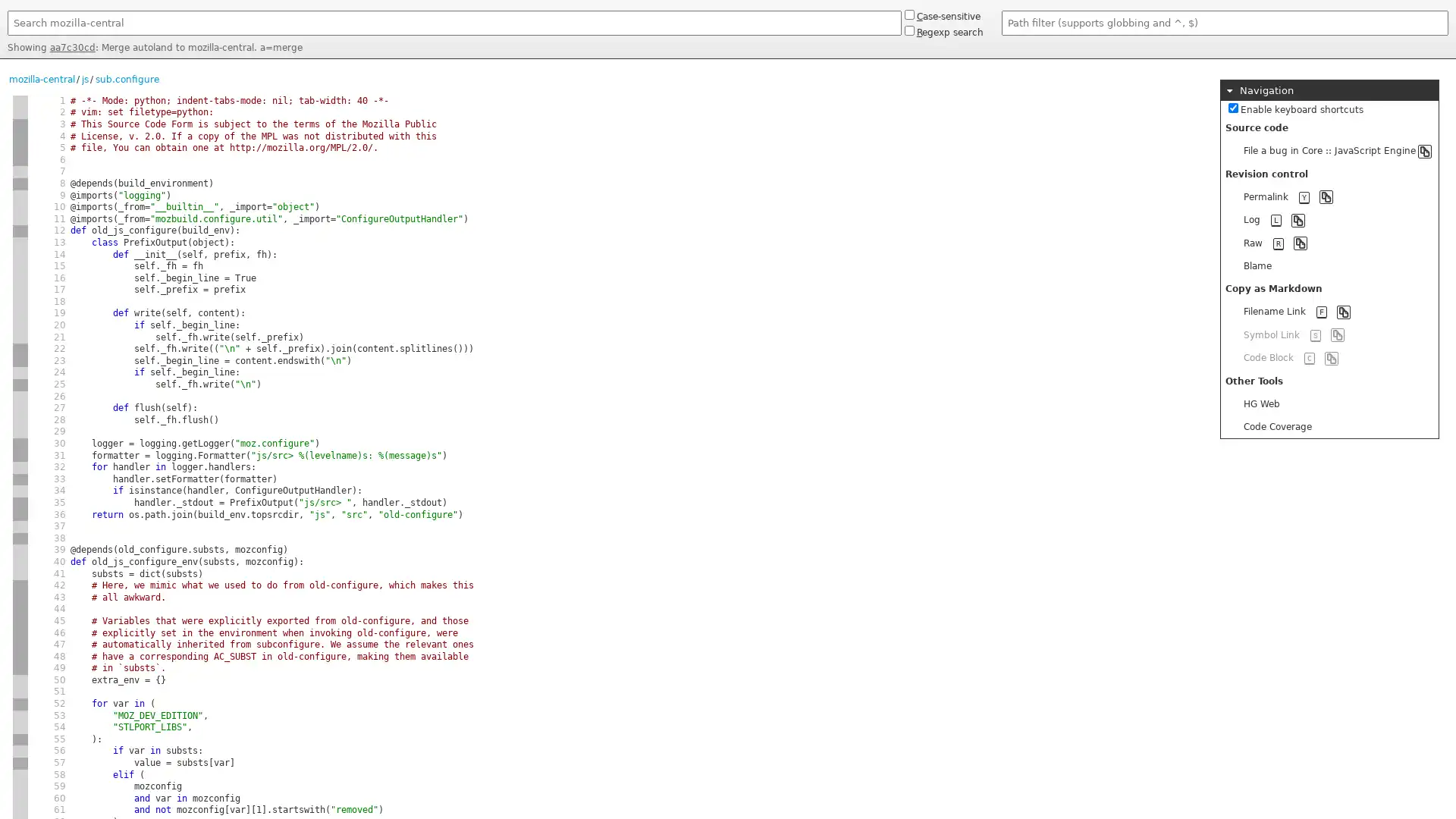  What do you see at coordinates (20, 561) in the screenshot?
I see `same hash 5` at bounding box center [20, 561].